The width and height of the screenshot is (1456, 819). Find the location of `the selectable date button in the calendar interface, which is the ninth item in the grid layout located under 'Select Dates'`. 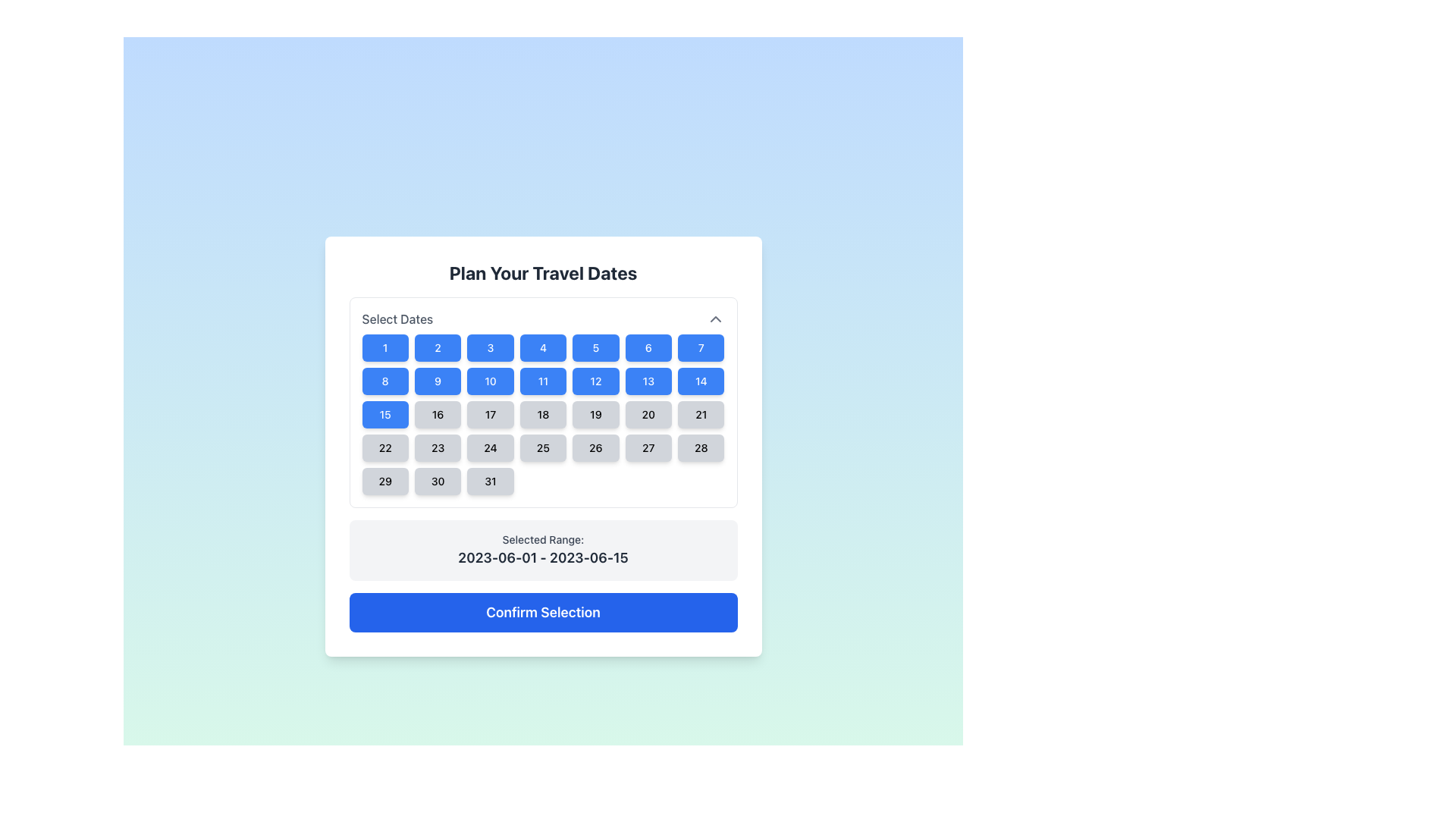

the selectable date button in the calendar interface, which is the ninth item in the grid layout located under 'Select Dates' is located at coordinates (437, 380).